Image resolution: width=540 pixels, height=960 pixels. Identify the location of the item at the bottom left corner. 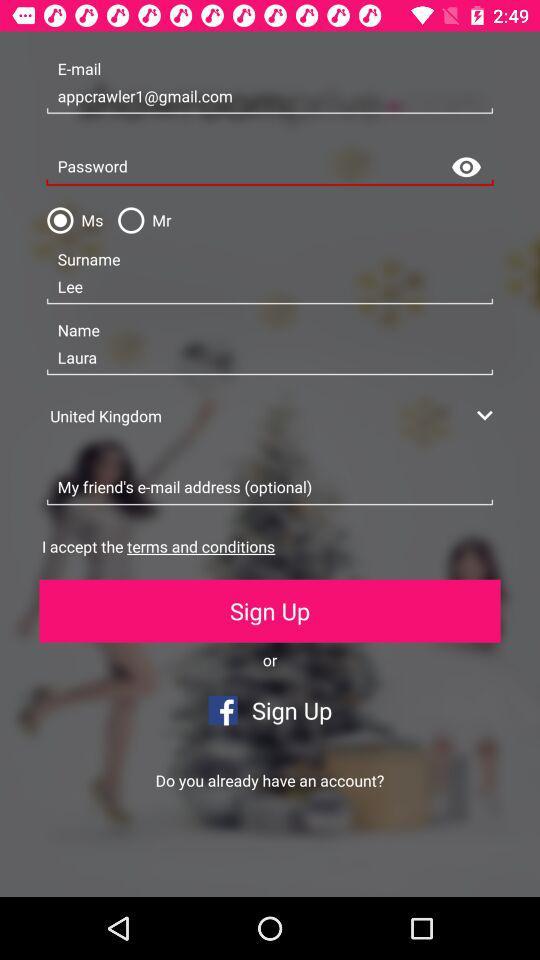
(135, 864).